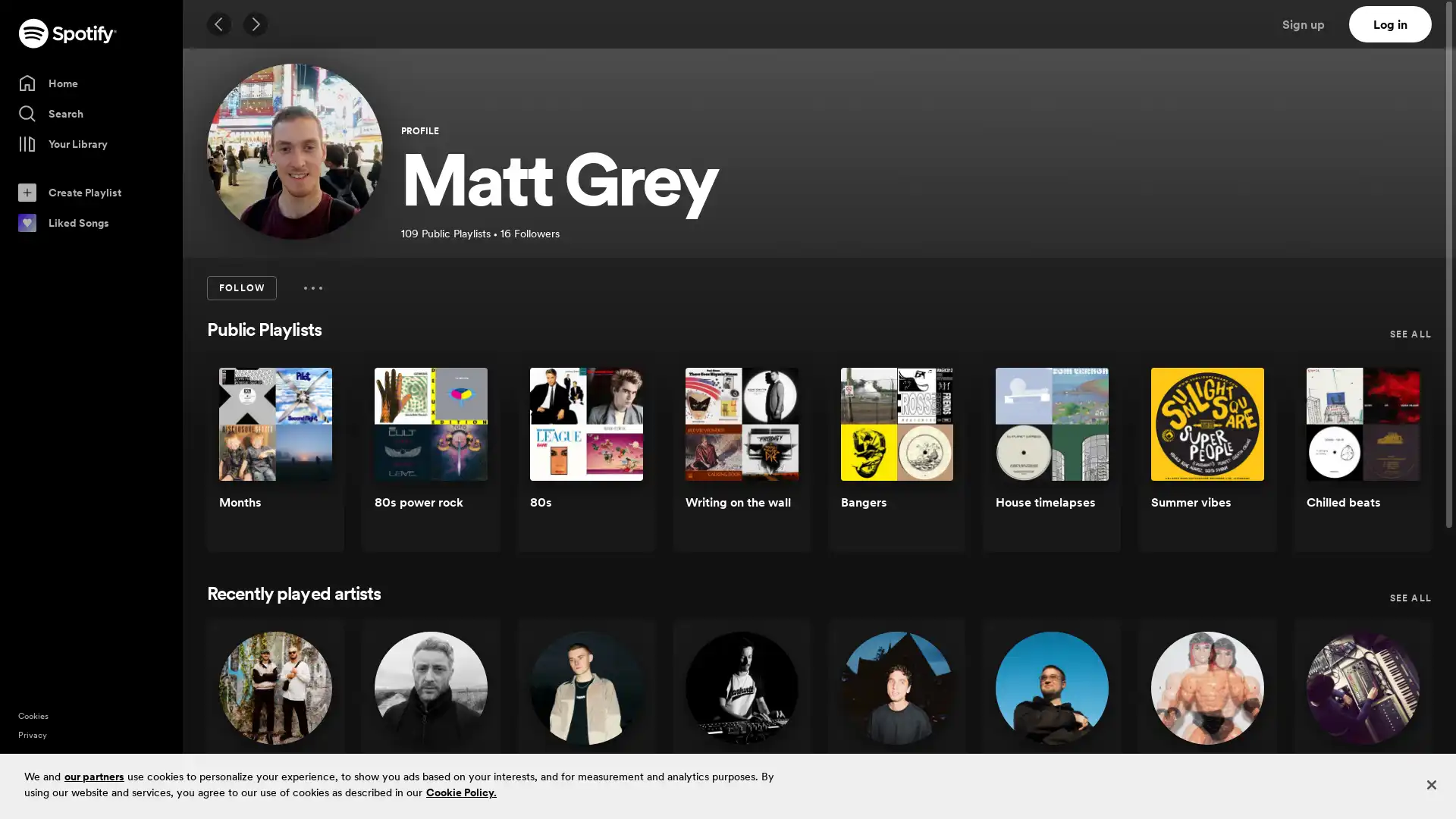  Describe the element at coordinates (927, 724) in the screenshot. I see `Play Aleksandir` at that location.